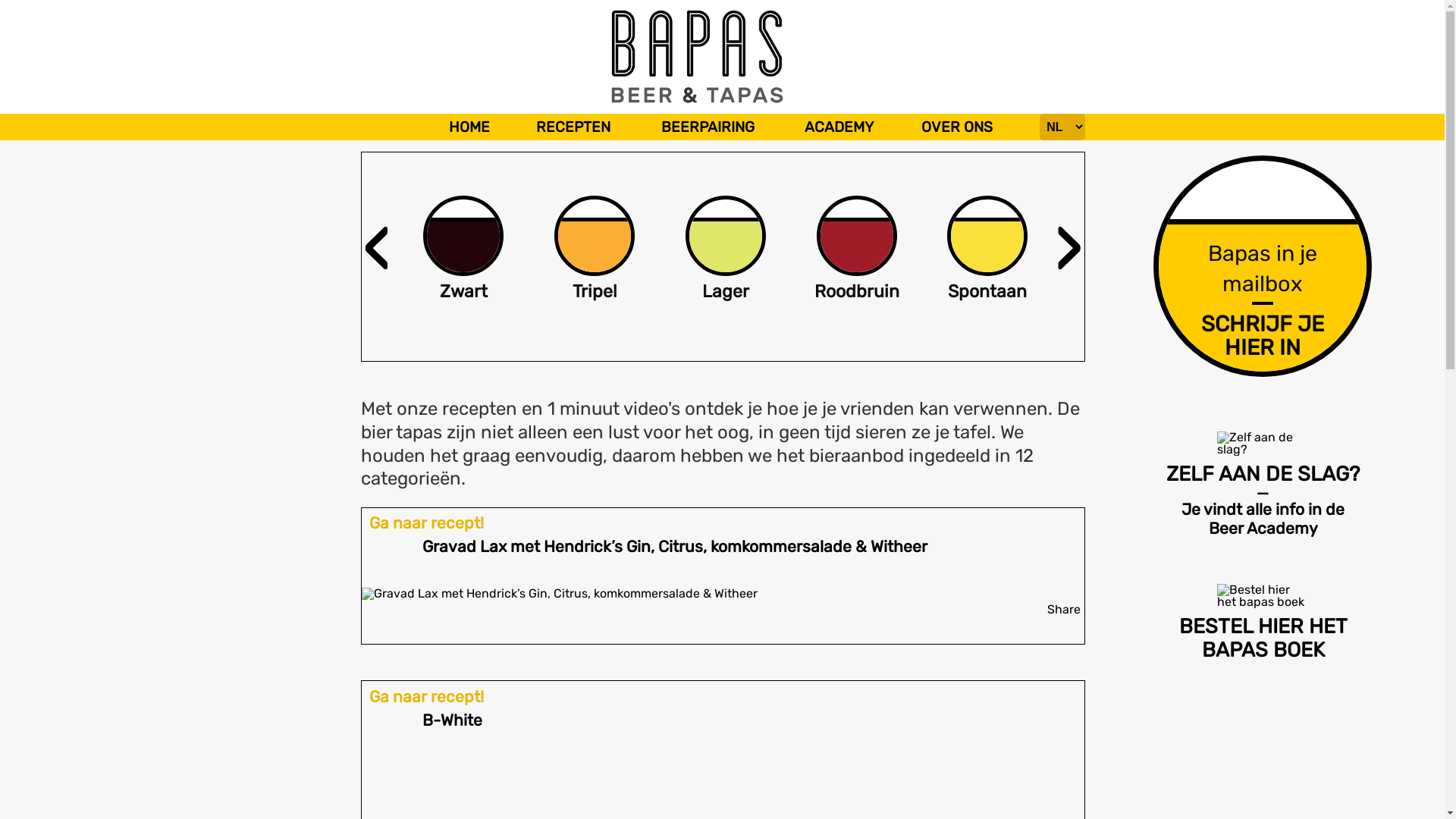  What do you see at coordinates (956, 126) in the screenshot?
I see `'OVER ONS'` at bounding box center [956, 126].